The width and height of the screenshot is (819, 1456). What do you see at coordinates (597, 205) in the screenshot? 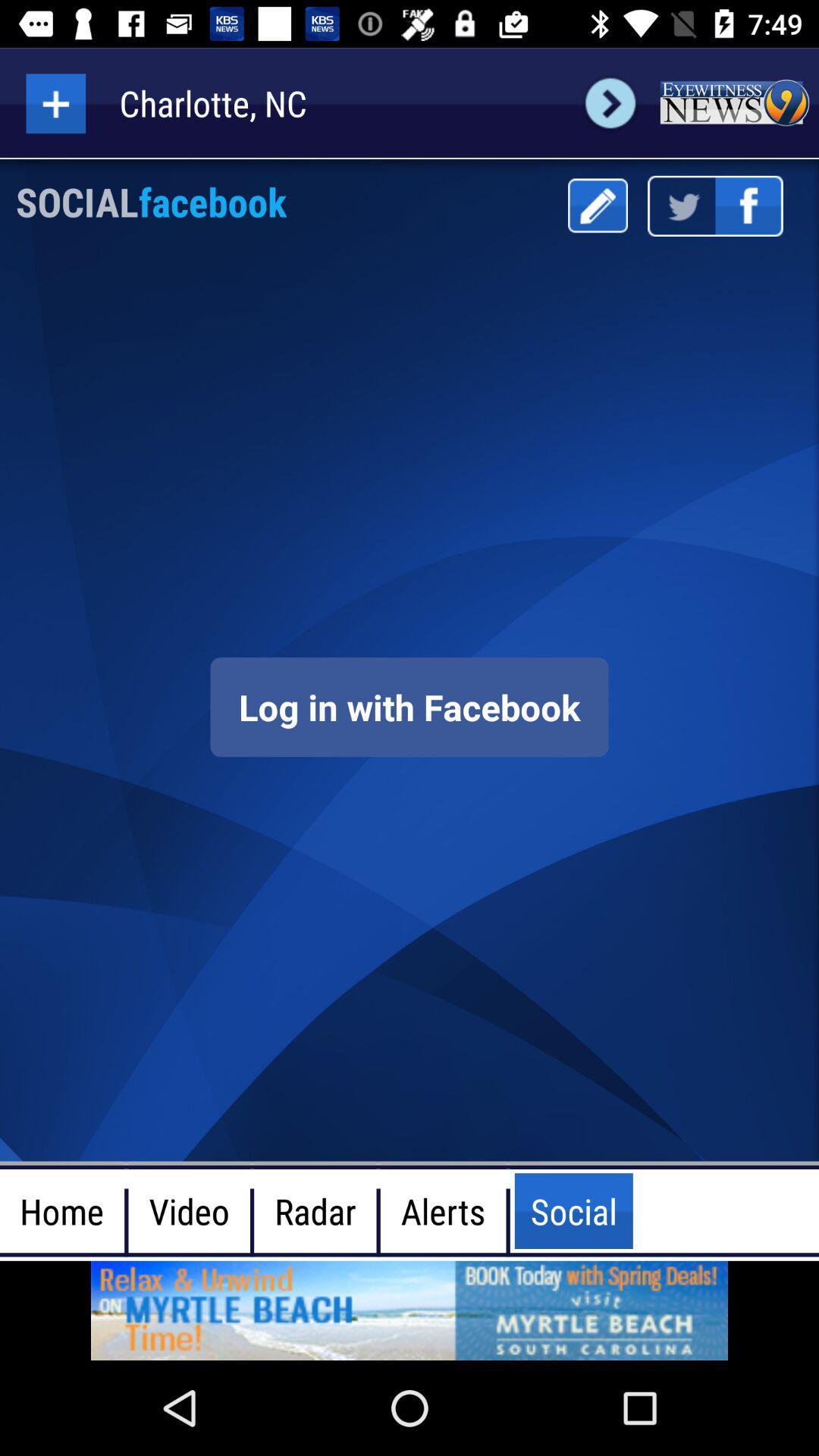
I see `the writing letter is correct range` at bounding box center [597, 205].